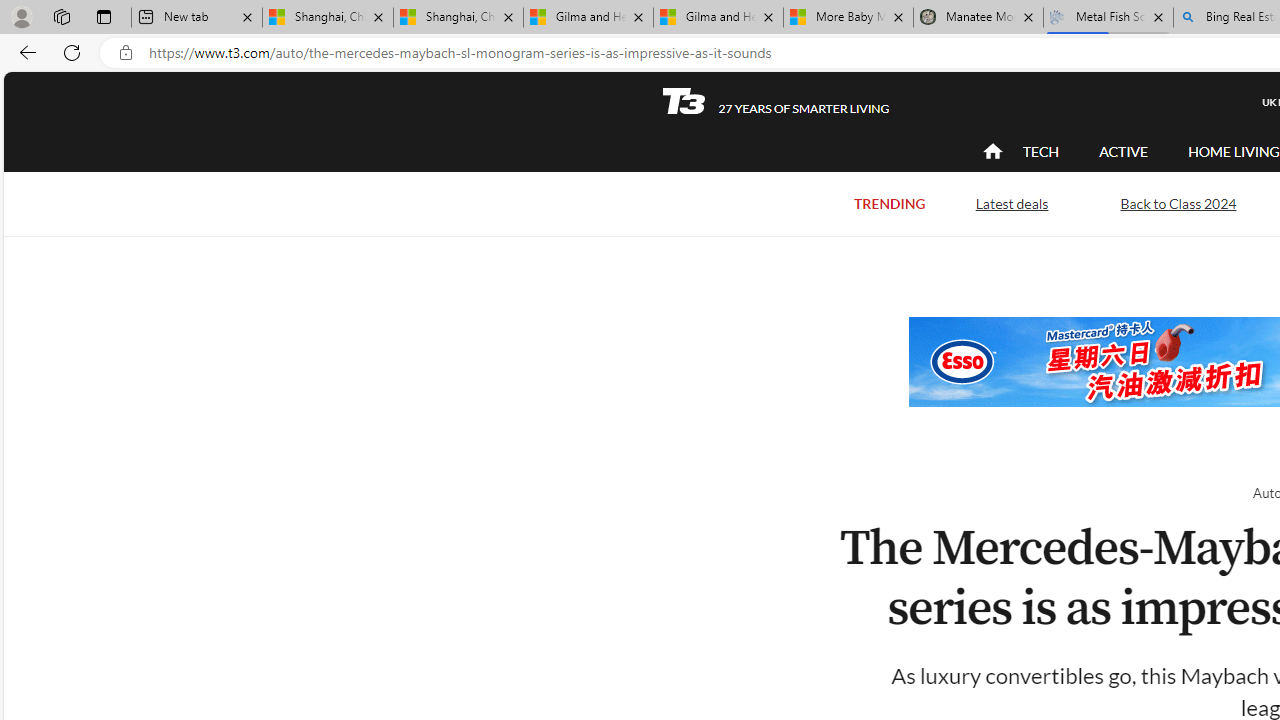  What do you see at coordinates (990, 150) in the screenshot?
I see `'Class: navigation__item'` at bounding box center [990, 150].